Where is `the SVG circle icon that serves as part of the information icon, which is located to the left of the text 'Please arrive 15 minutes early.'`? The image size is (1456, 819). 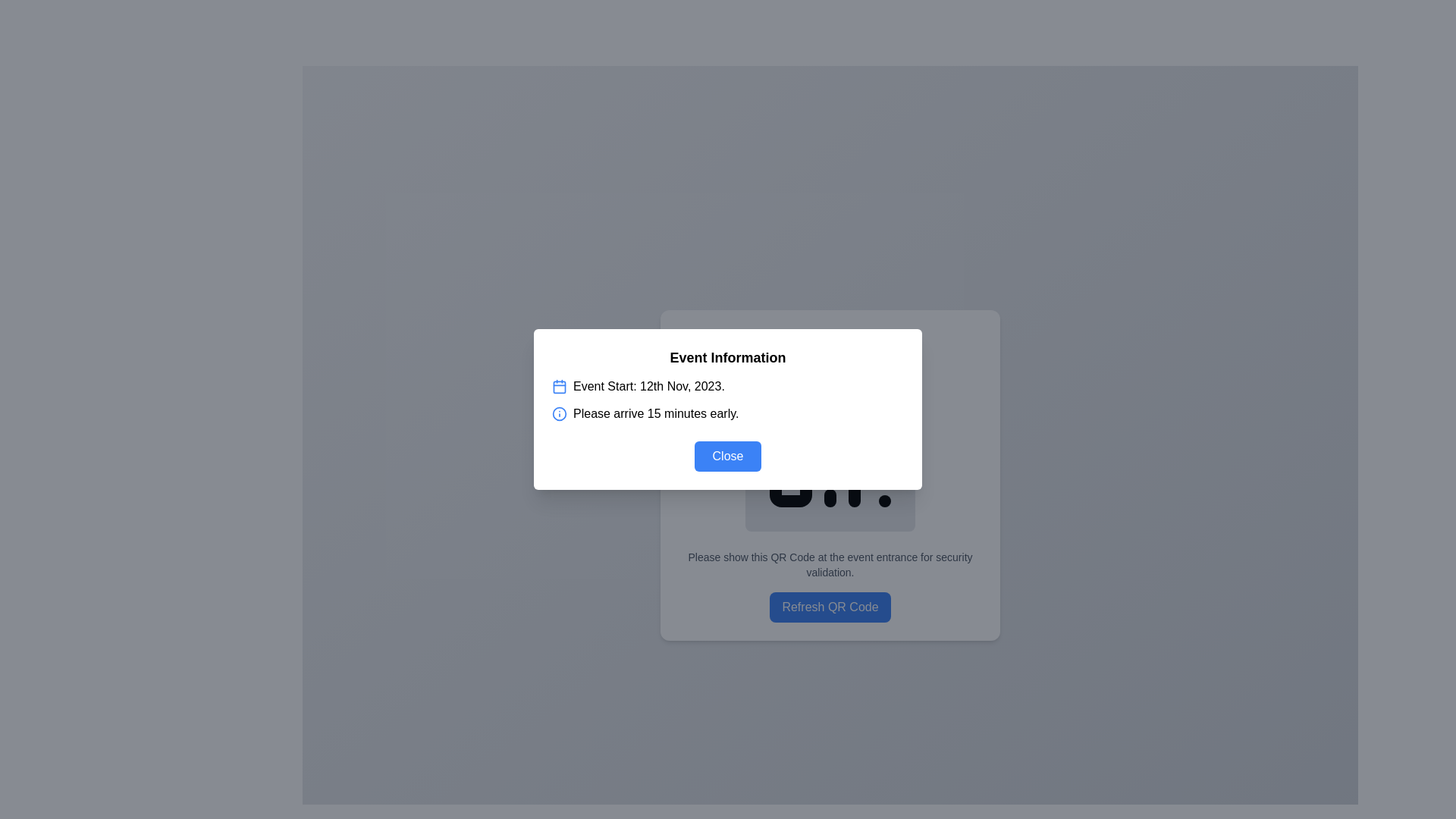 the SVG circle icon that serves as part of the information icon, which is located to the left of the text 'Please arrive 15 minutes early.' is located at coordinates (559, 414).